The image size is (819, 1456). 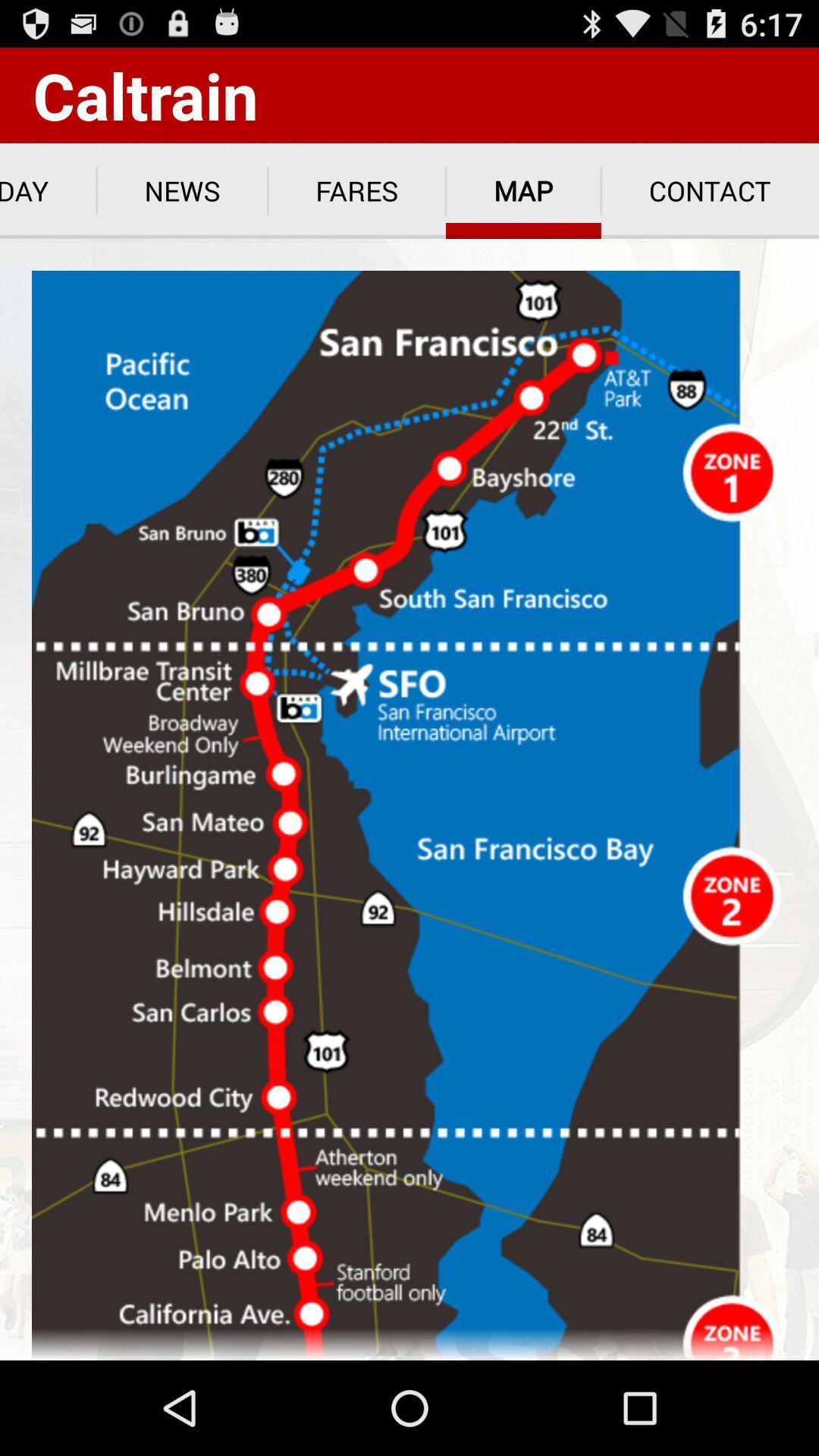 What do you see at coordinates (181, 190) in the screenshot?
I see `news app` at bounding box center [181, 190].